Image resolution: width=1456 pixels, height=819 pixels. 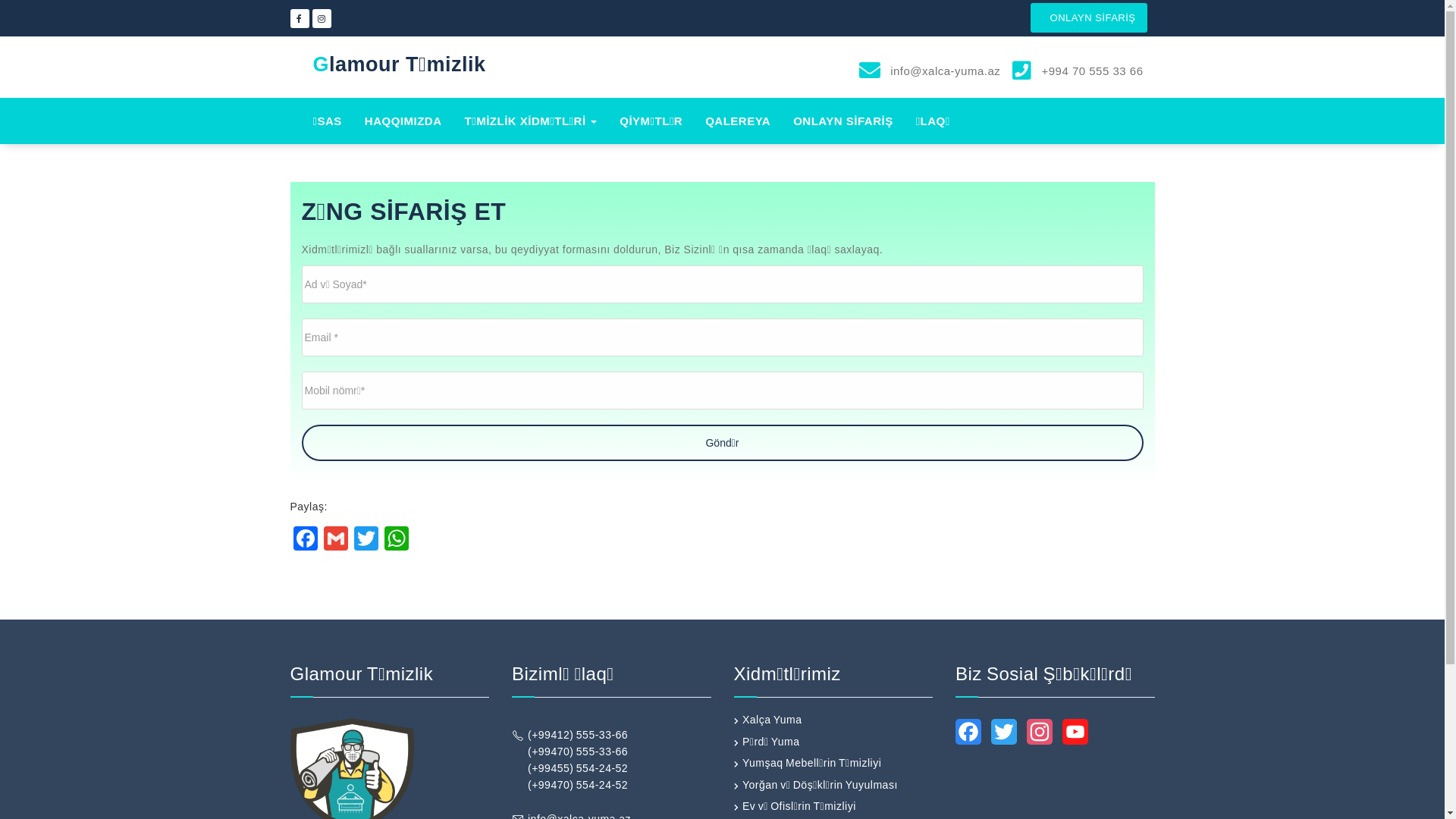 I want to click on 'Gmail', so click(x=319, y=539).